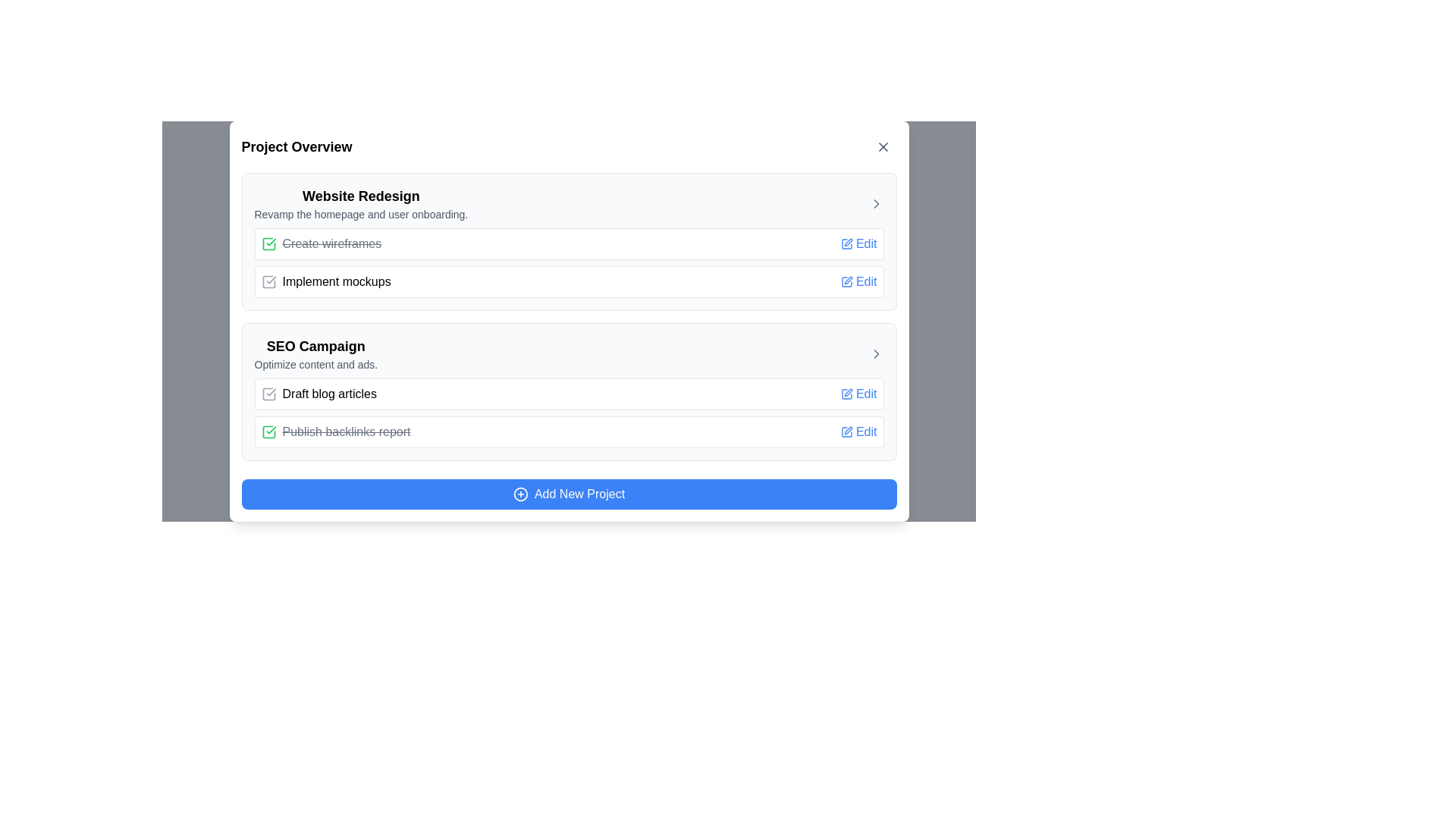  What do you see at coordinates (846, 281) in the screenshot?
I see `the vector graphic indicating an editing or modification action located near the top-right of the modal interface` at bounding box center [846, 281].